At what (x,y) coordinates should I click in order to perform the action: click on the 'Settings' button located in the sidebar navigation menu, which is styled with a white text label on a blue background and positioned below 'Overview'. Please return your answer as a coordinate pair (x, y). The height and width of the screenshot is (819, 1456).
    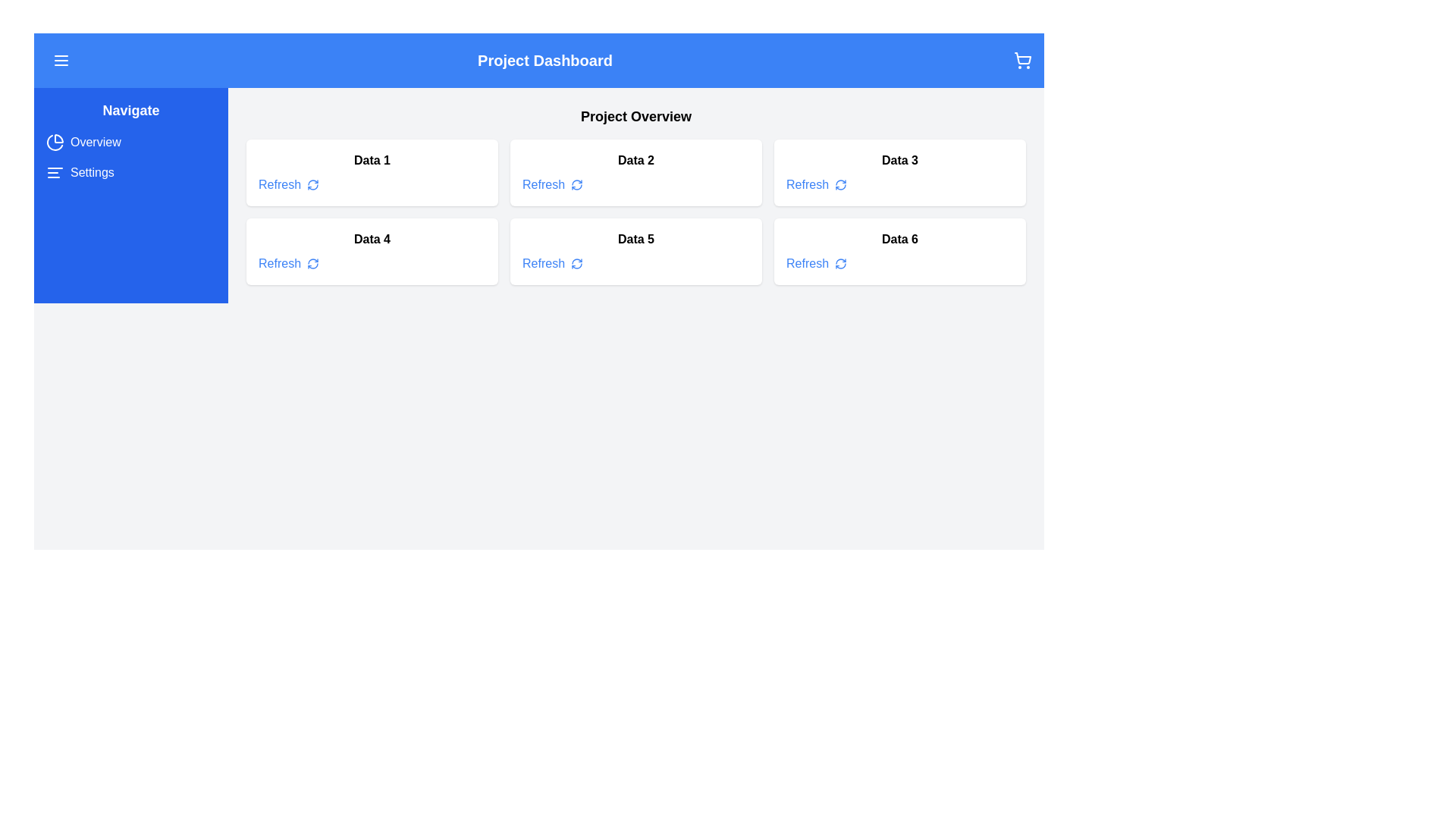
    Looking at the image, I should click on (79, 171).